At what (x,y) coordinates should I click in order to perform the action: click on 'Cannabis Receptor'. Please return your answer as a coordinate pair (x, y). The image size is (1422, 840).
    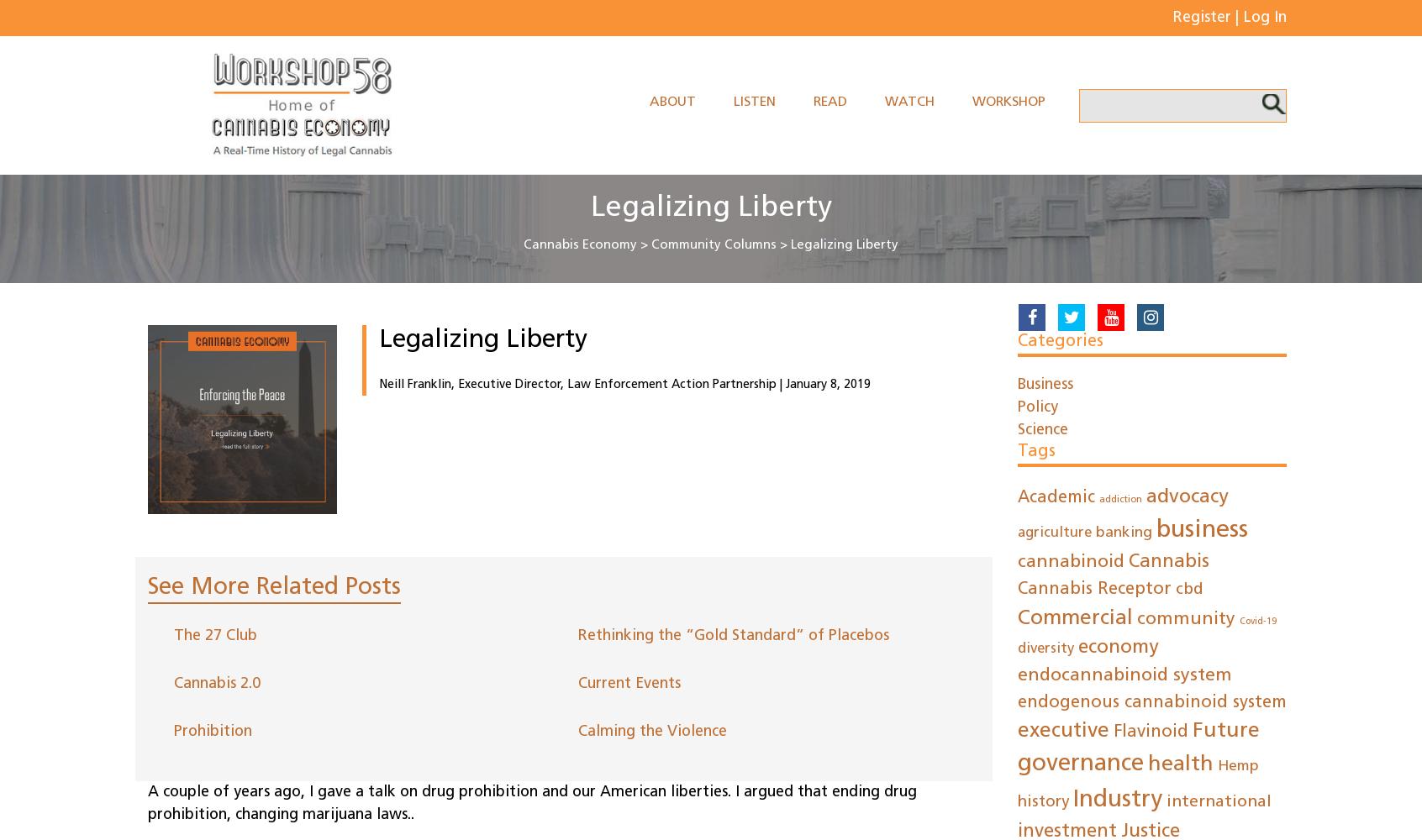
    Looking at the image, I should click on (1017, 589).